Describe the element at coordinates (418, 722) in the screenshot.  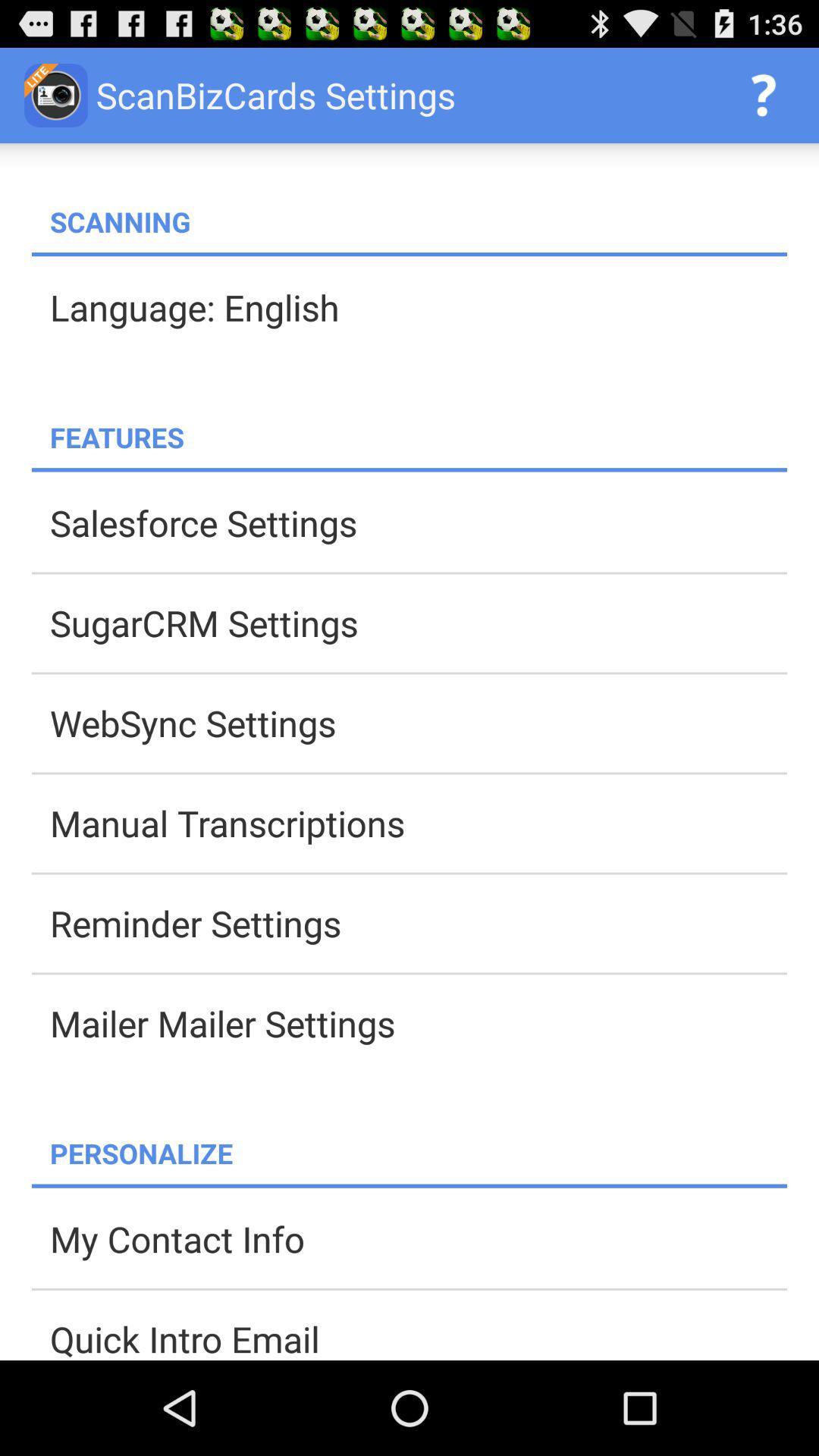
I see `websync settings icon` at that location.